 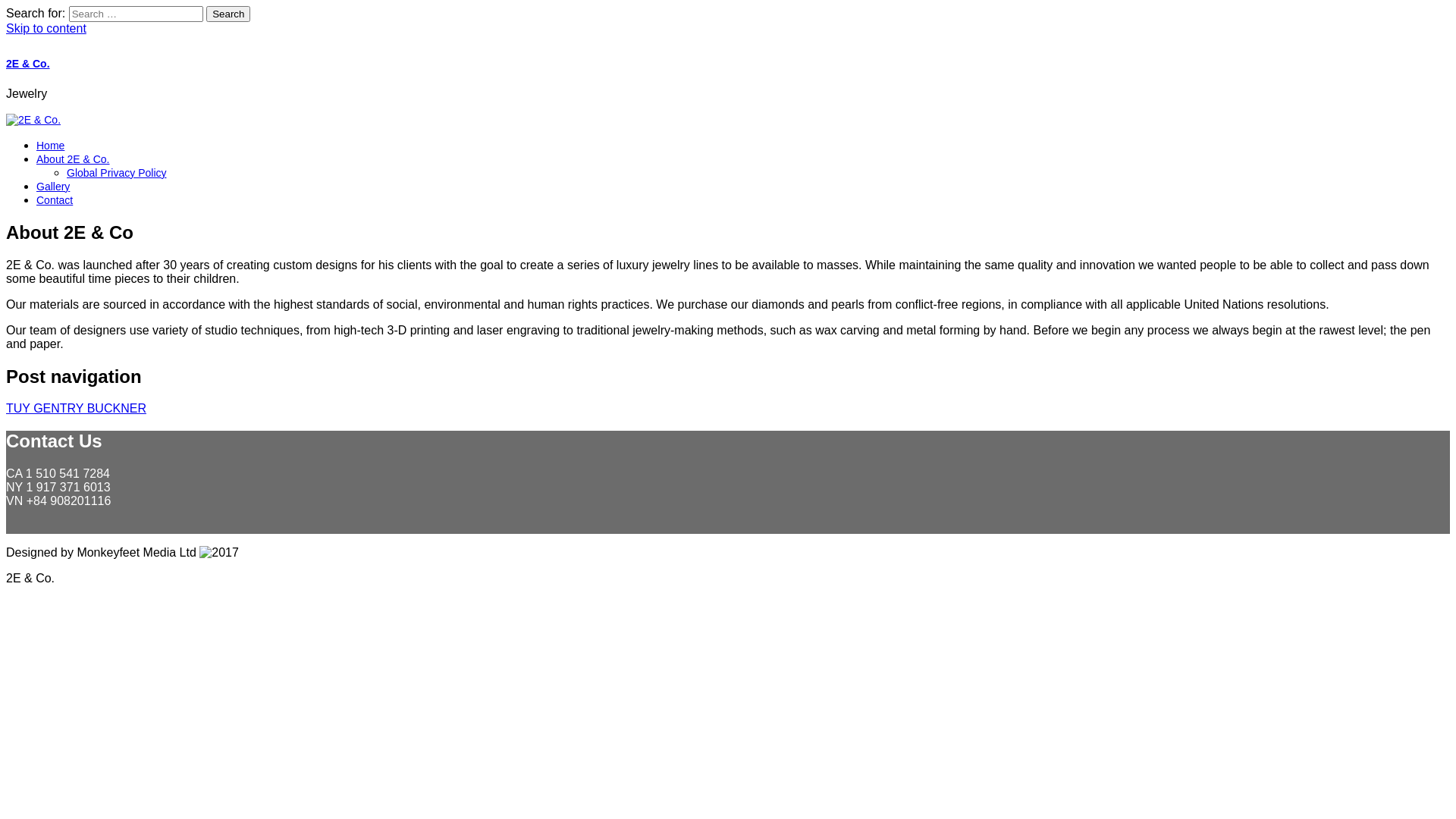 What do you see at coordinates (75, 407) in the screenshot?
I see `'TUY GENTRY BUCKNER'` at bounding box center [75, 407].